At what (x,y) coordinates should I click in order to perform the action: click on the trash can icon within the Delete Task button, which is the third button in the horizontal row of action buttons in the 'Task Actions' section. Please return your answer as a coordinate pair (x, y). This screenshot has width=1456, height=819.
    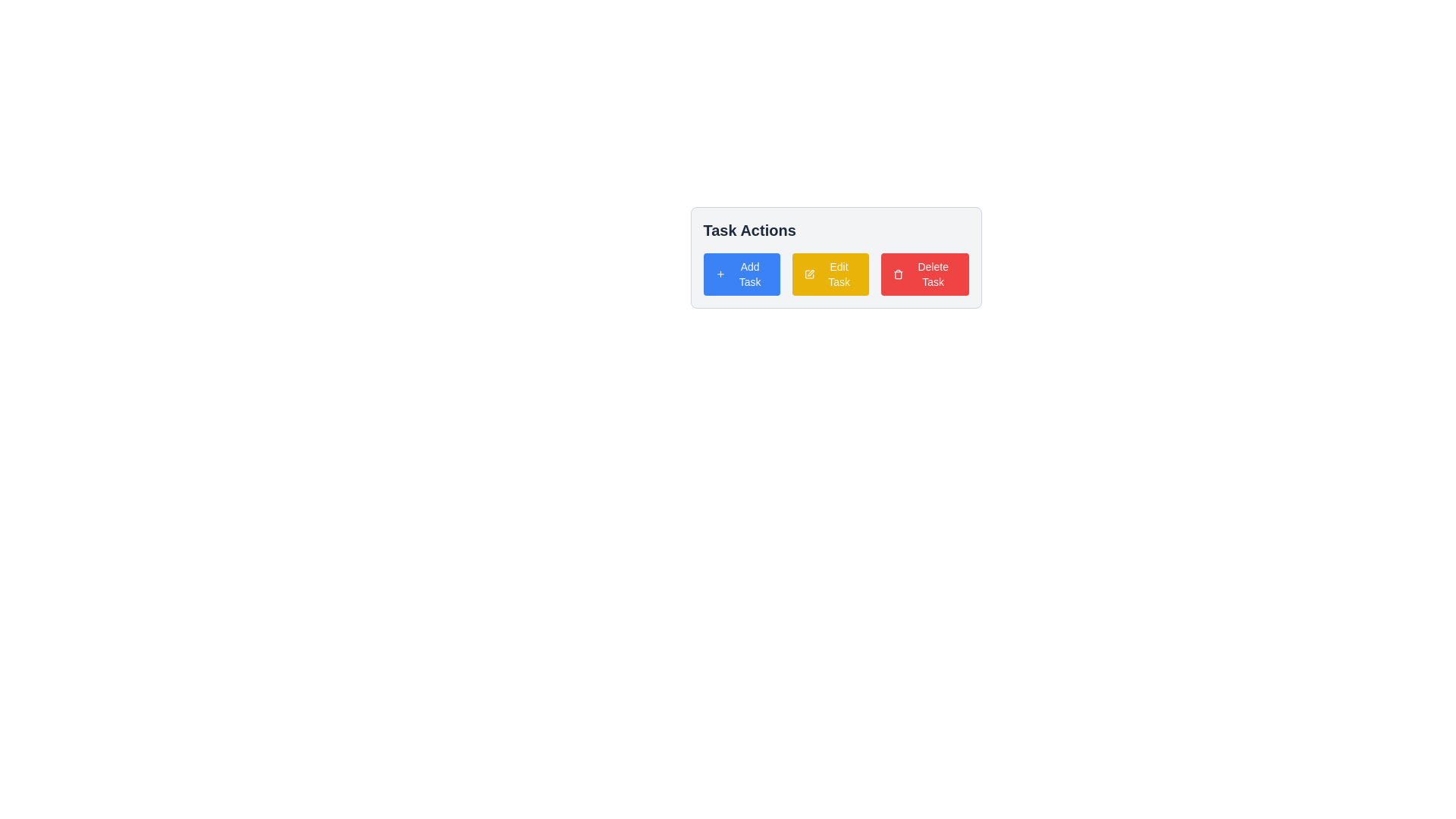
    Looking at the image, I should click on (899, 275).